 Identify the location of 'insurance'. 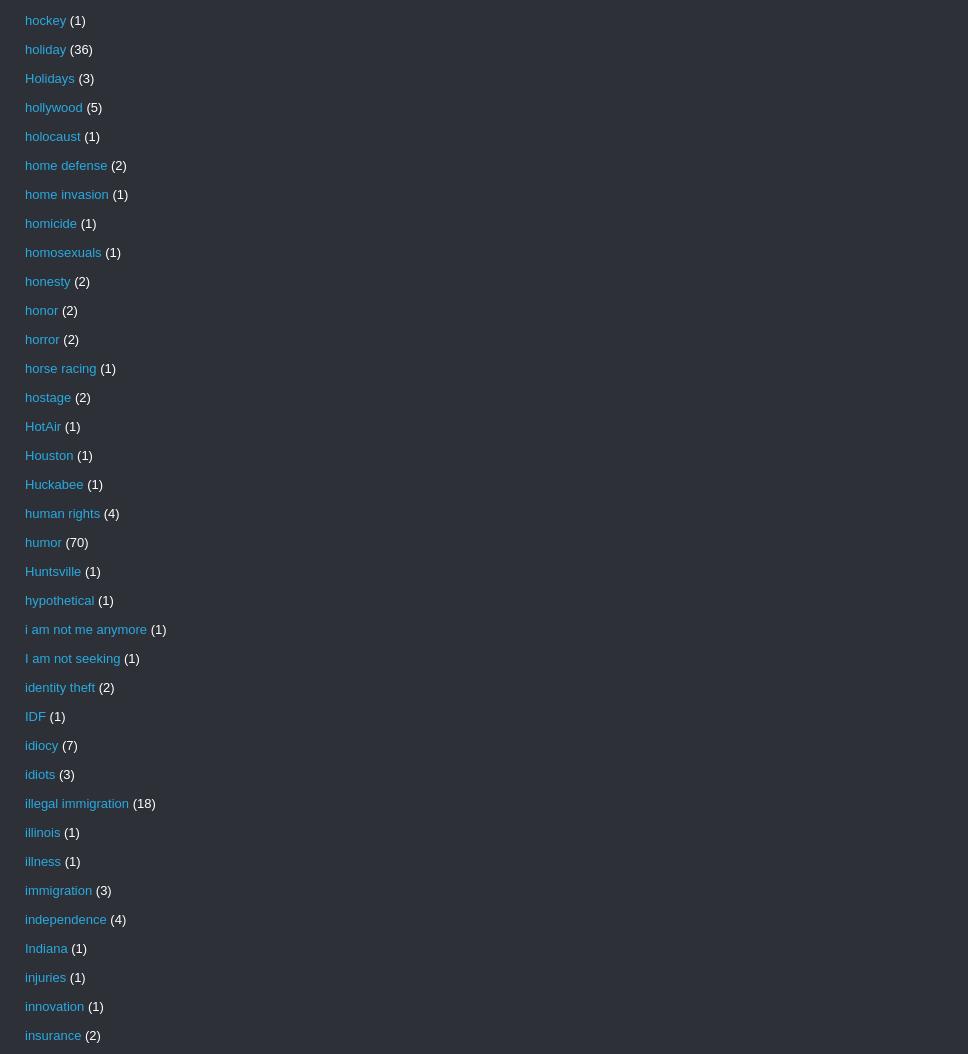
(24, 1034).